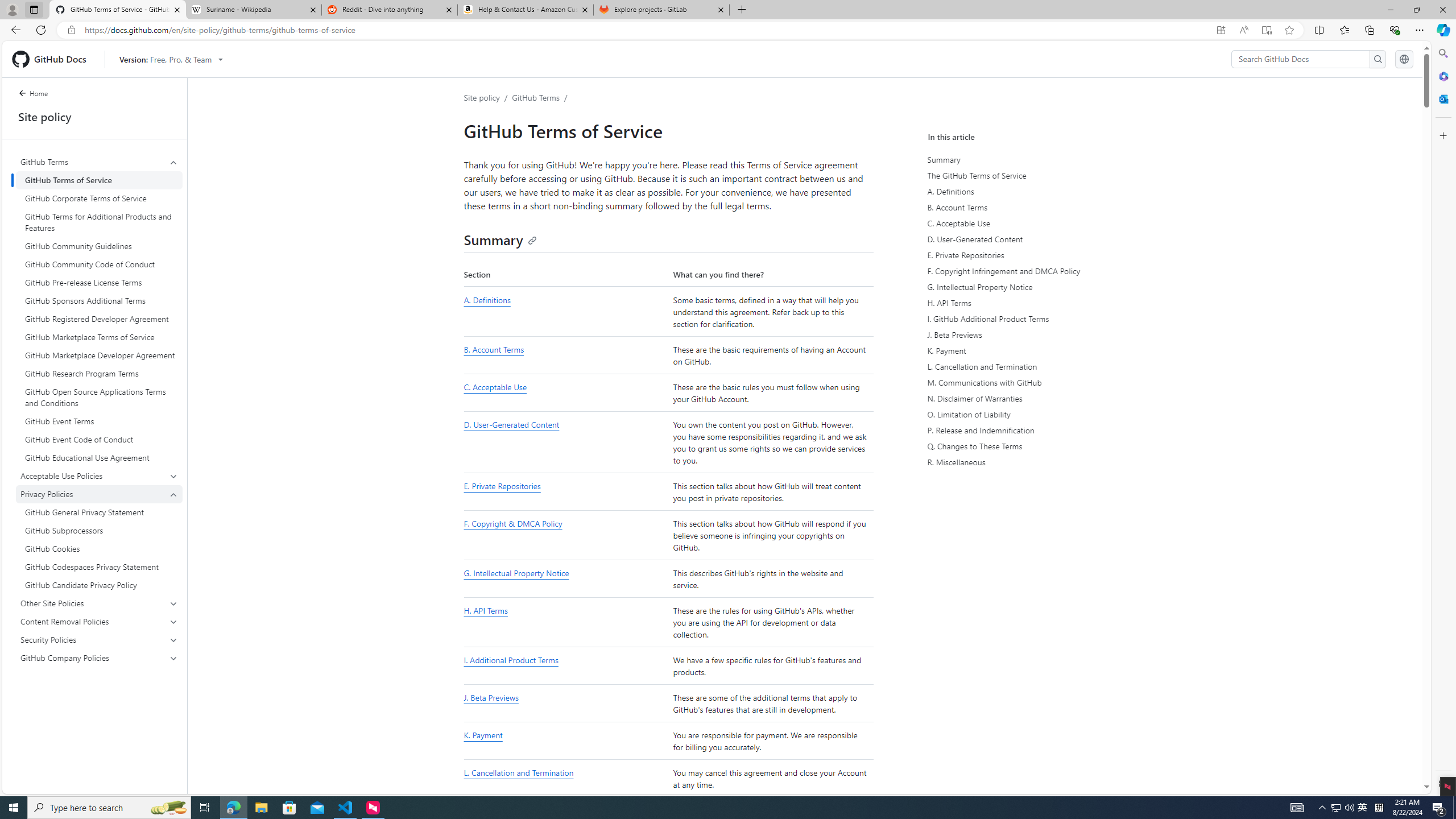 The image size is (1456, 819). I want to click on 'GitHub Terms for Additional Products and Features', so click(99, 222).